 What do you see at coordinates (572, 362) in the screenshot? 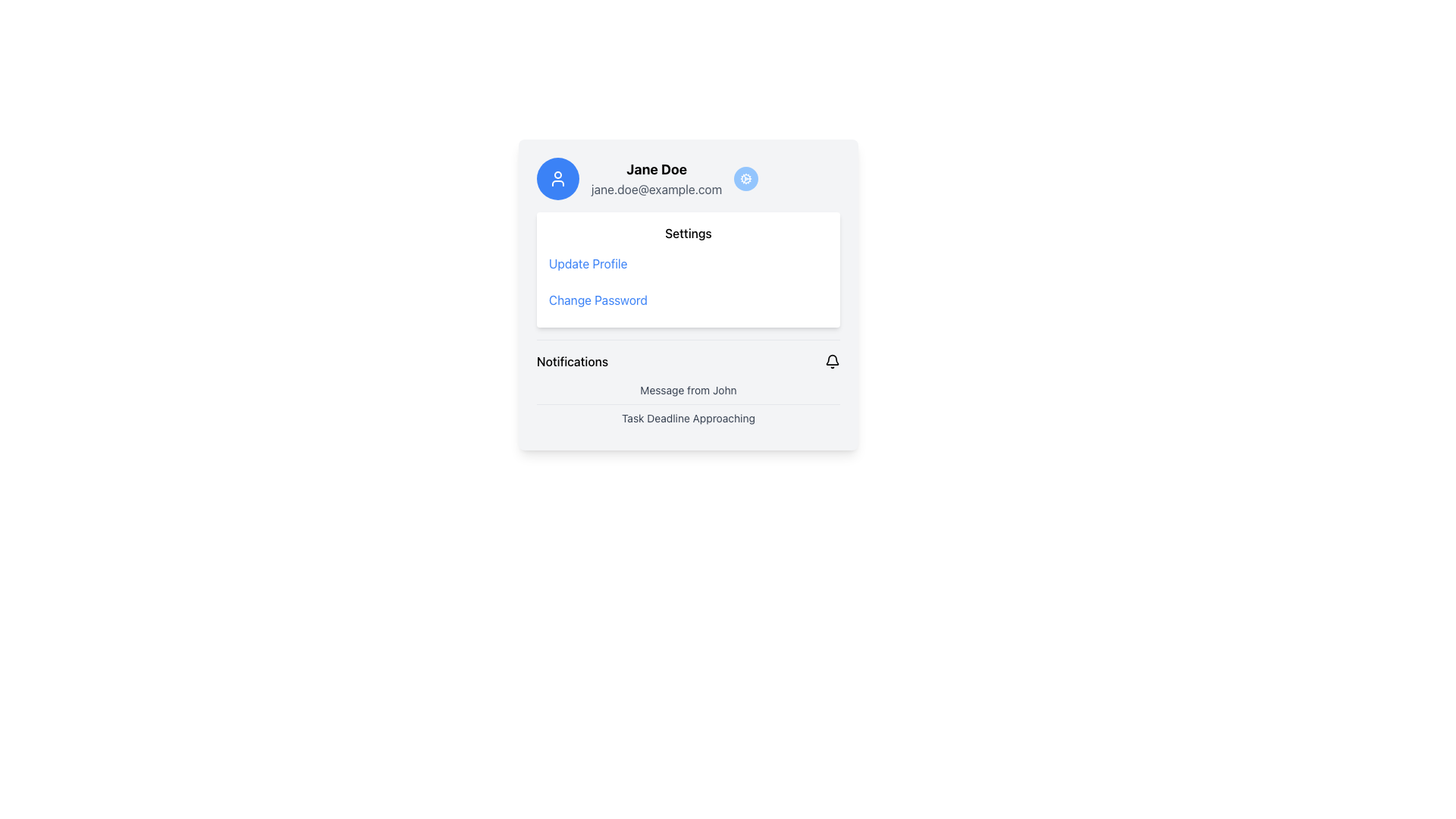
I see `the Text Label indicating the purpose or context of its associated features, which is located in the lower section of a profile card interface, leftmost of a group containing a bell icon` at bounding box center [572, 362].